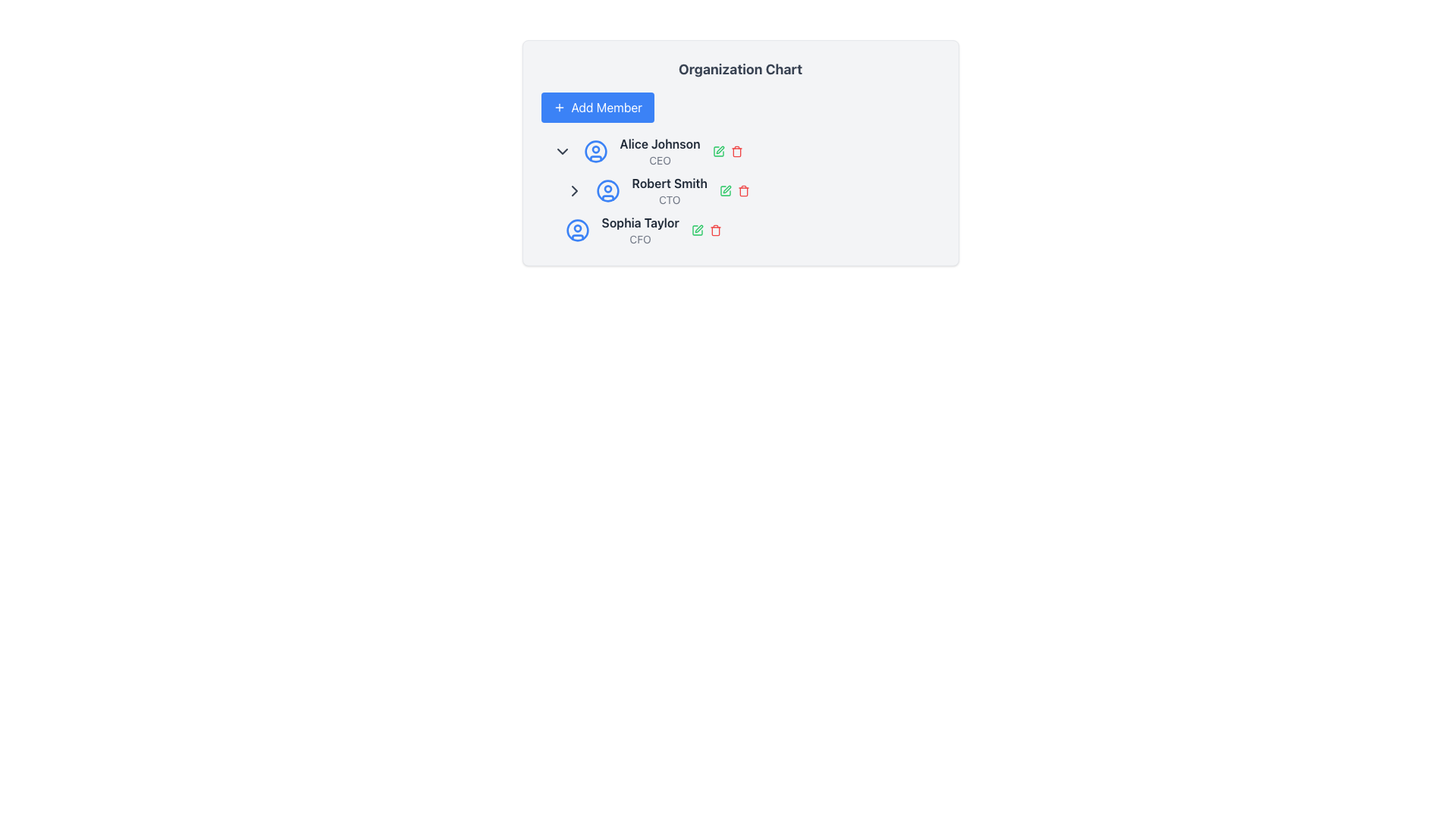 The height and width of the screenshot is (819, 1456). I want to click on the 'Add Member' button, which is a blue rectangular button with white text and a '+' icon, positioned below the 'Organization Chart' title, so click(597, 107).